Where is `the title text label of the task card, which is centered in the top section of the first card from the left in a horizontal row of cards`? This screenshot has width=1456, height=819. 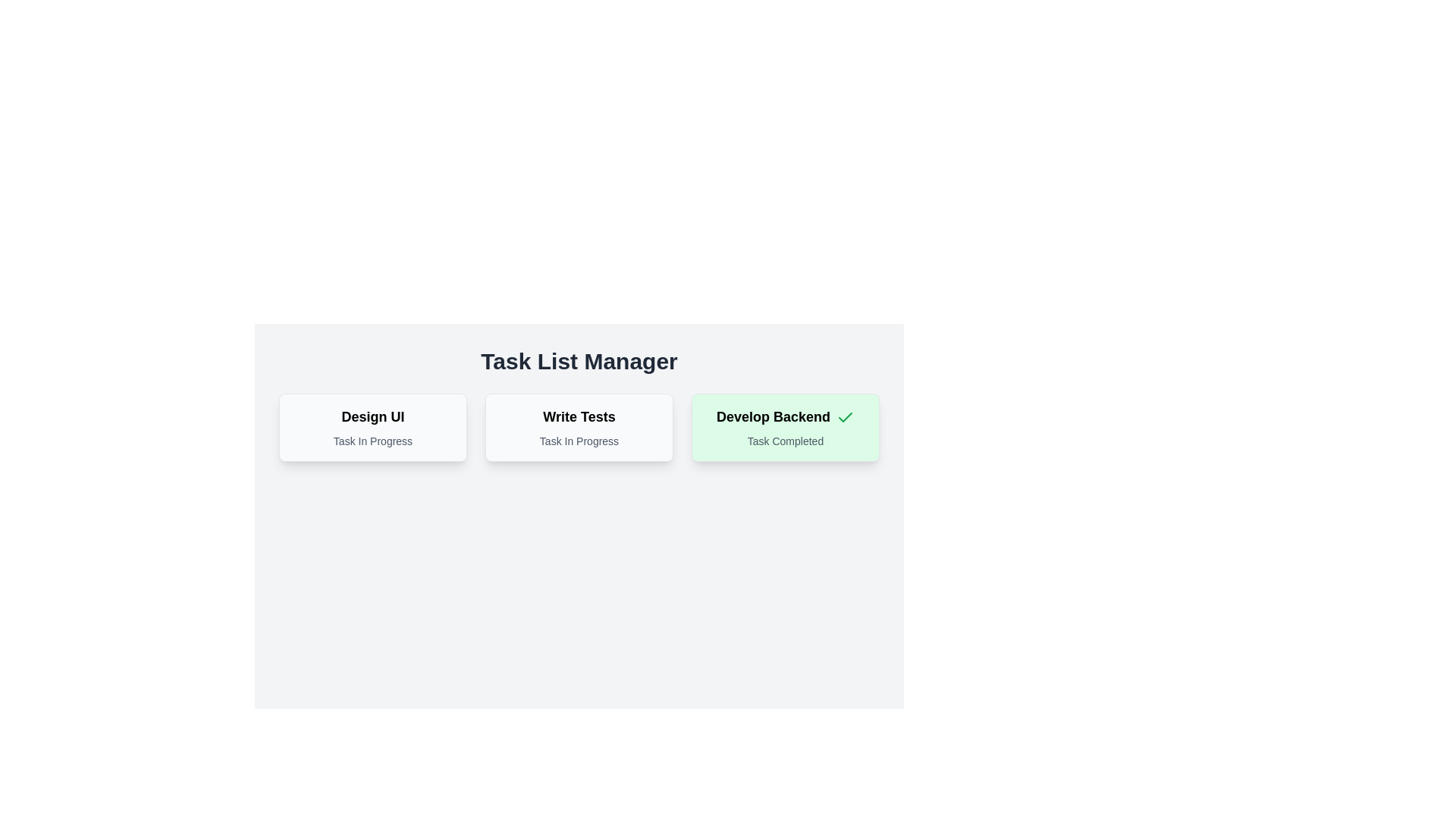 the title text label of the task card, which is centered in the top section of the first card from the left in a horizontal row of cards is located at coordinates (372, 417).